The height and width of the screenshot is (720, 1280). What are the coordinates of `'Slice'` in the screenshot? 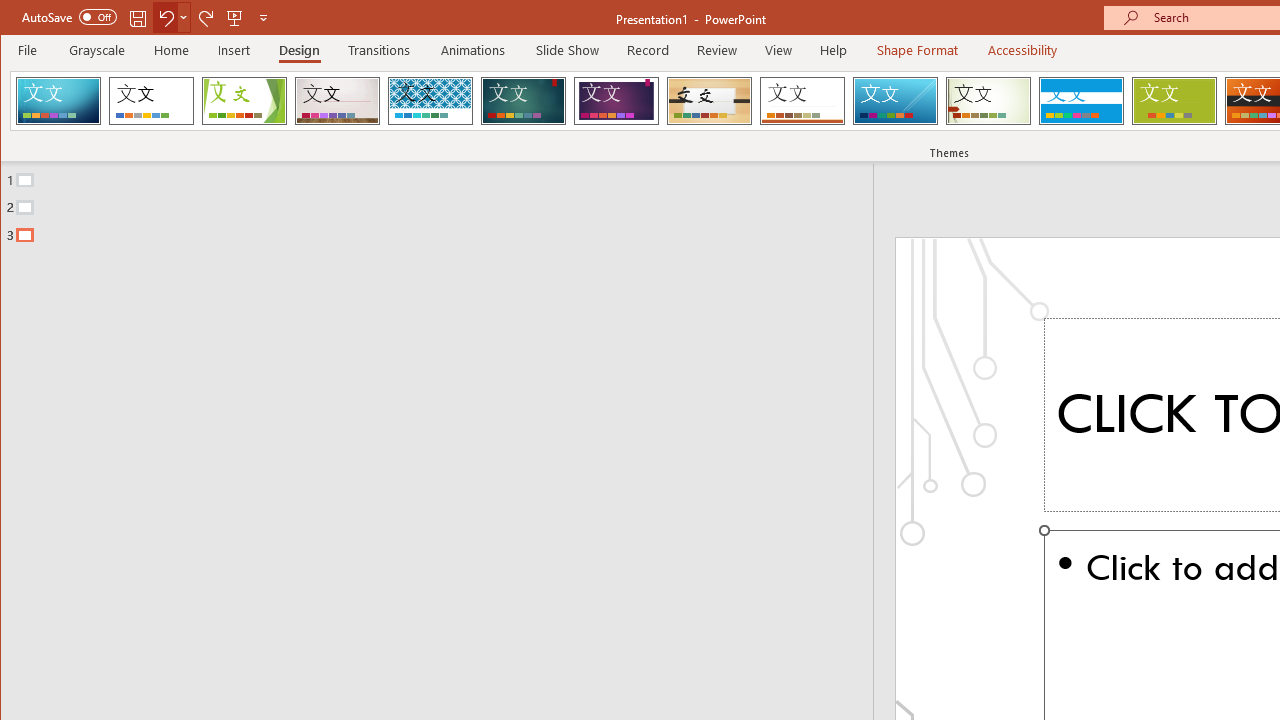 It's located at (894, 100).